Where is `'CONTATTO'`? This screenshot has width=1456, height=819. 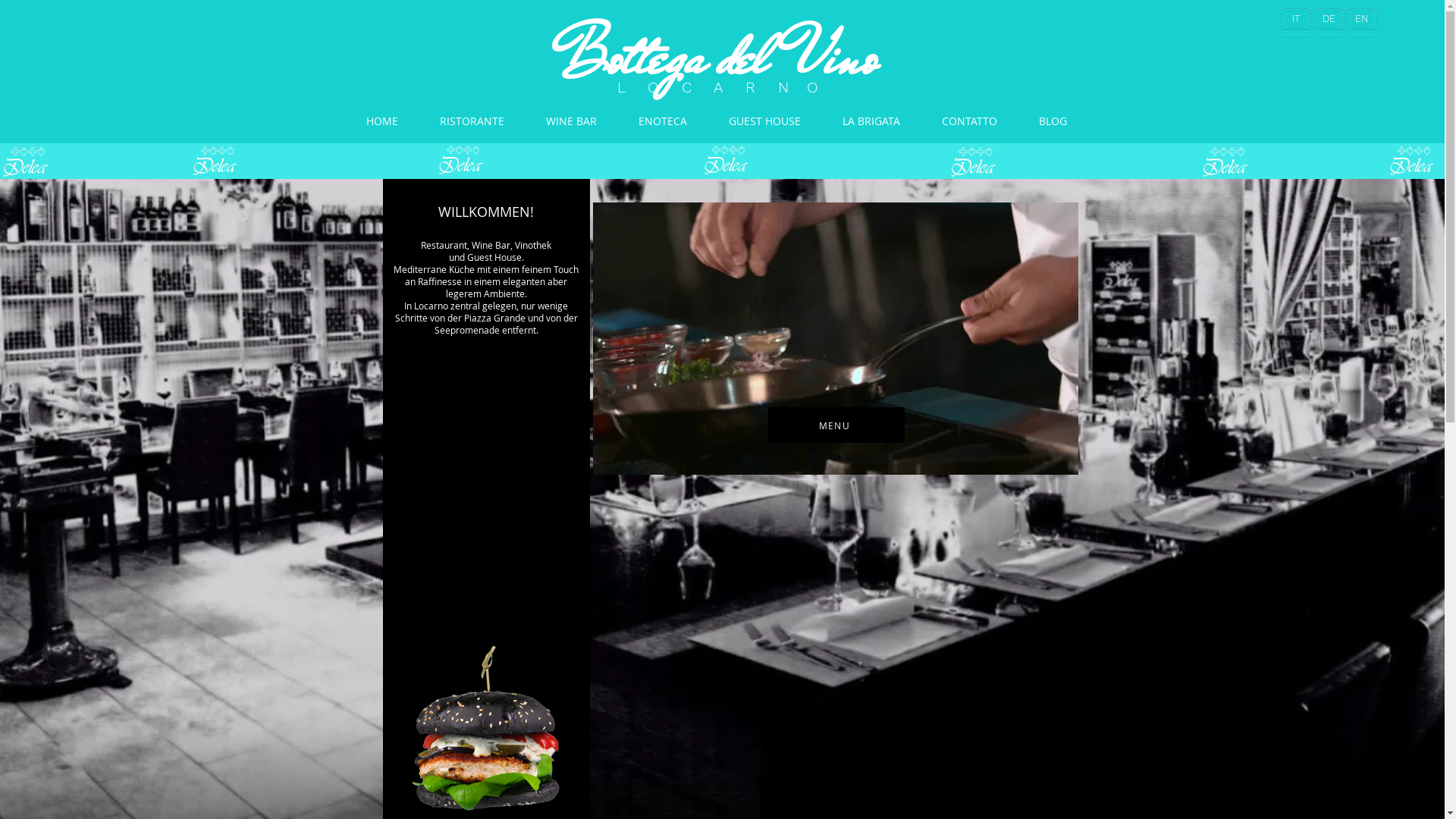
'CONTATTO' is located at coordinates (968, 120).